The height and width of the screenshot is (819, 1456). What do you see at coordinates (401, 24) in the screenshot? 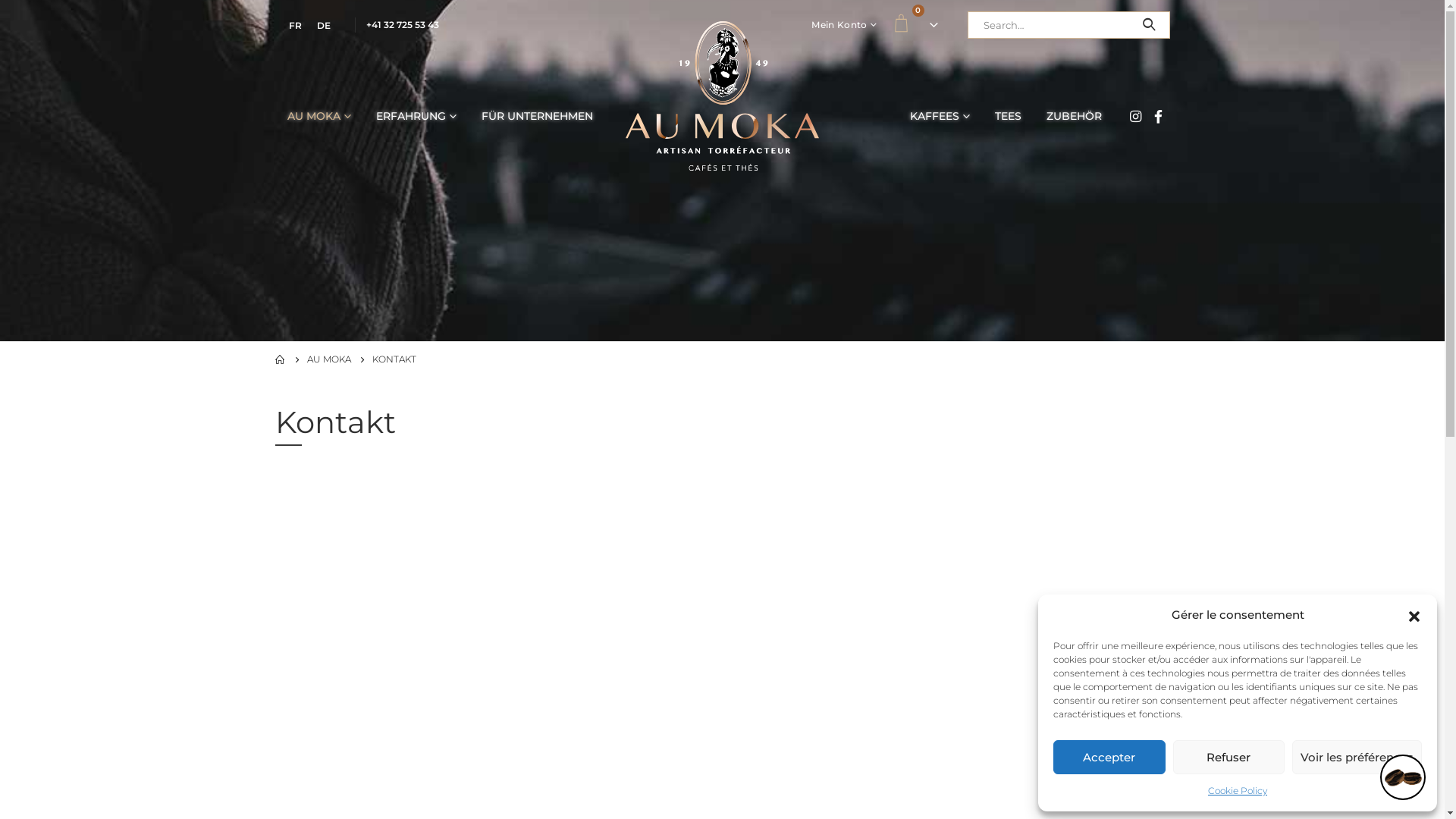
I see `'+41 32 725 53 43'` at bounding box center [401, 24].